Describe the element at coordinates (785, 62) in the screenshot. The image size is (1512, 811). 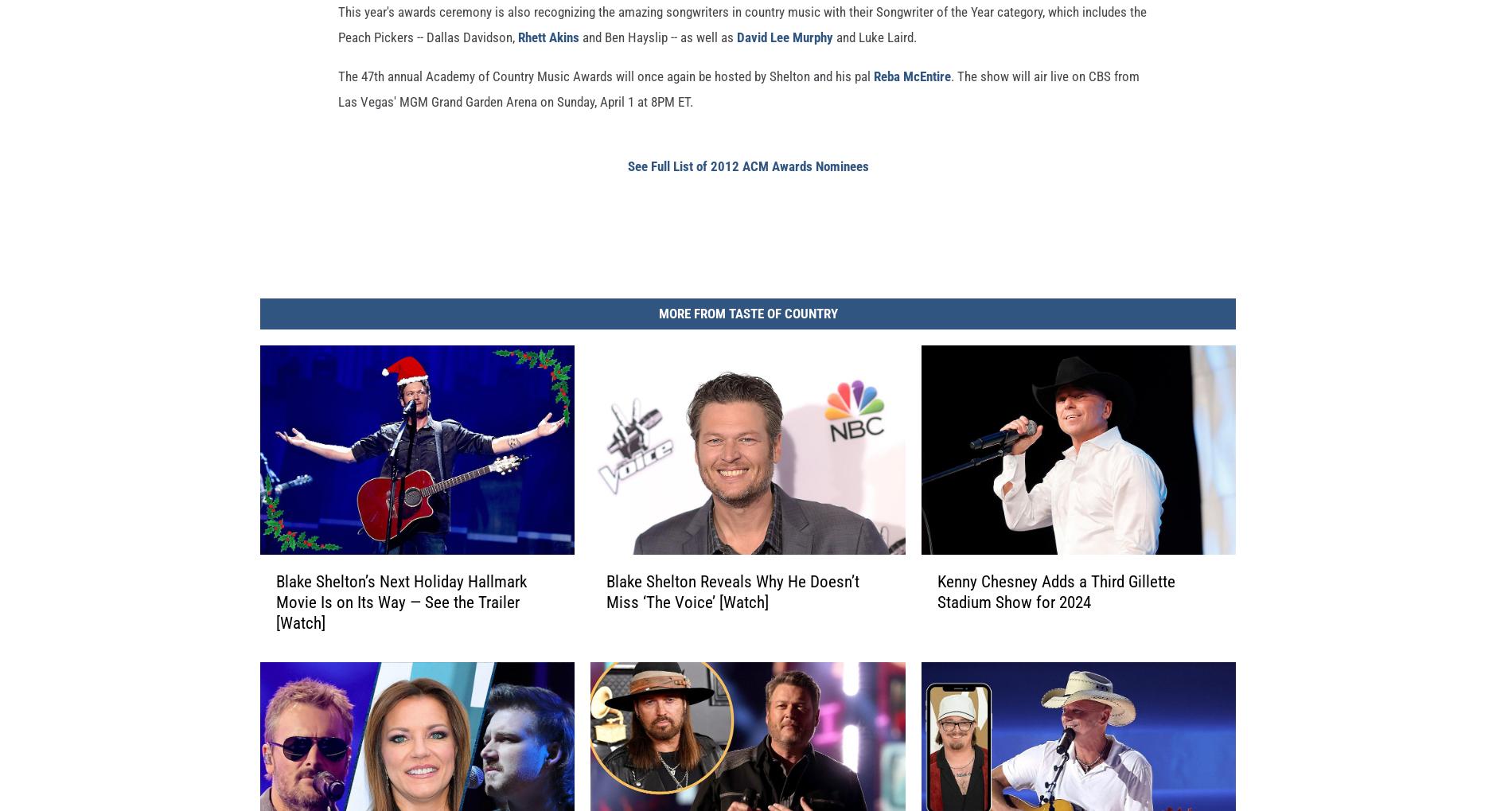
I see `'David Lee Murphy'` at that location.